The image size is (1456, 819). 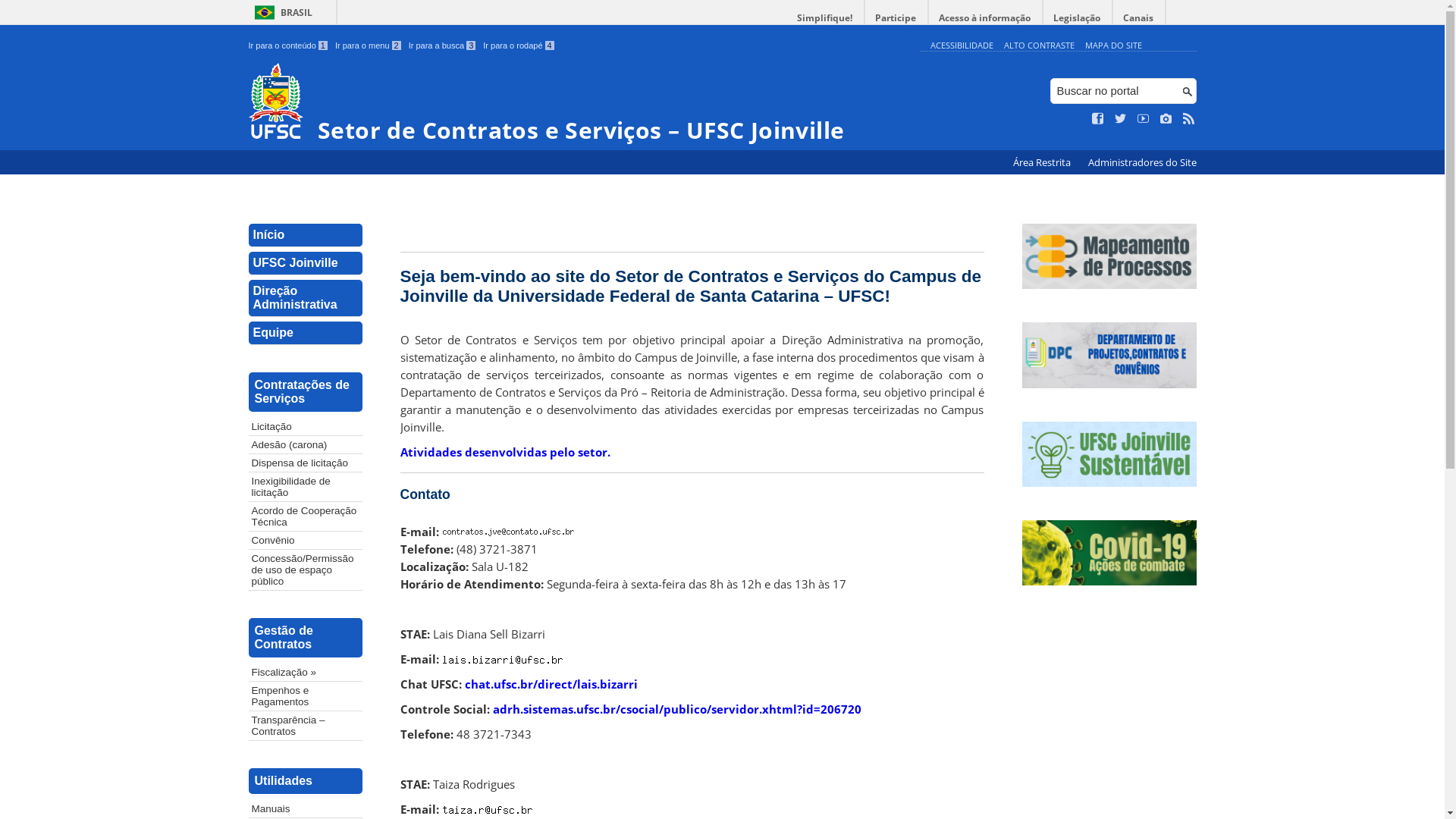 What do you see at coordinates (368, 45) in the screenshot?
I see `'Ir para o menu 2'` at bounding box center [368, 45].